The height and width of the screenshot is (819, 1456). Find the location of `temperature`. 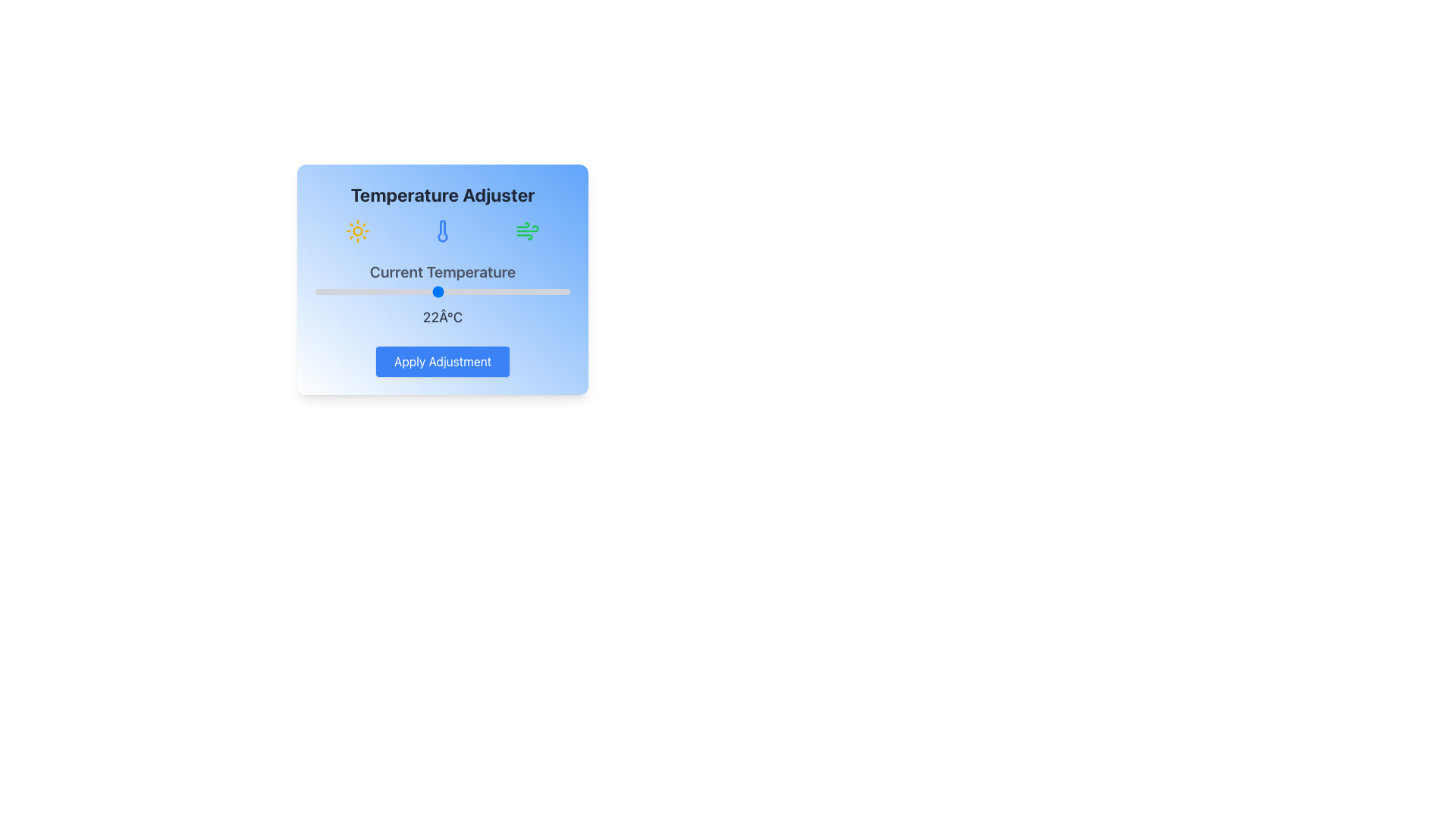

temperature is located at coordinates (426, 292).